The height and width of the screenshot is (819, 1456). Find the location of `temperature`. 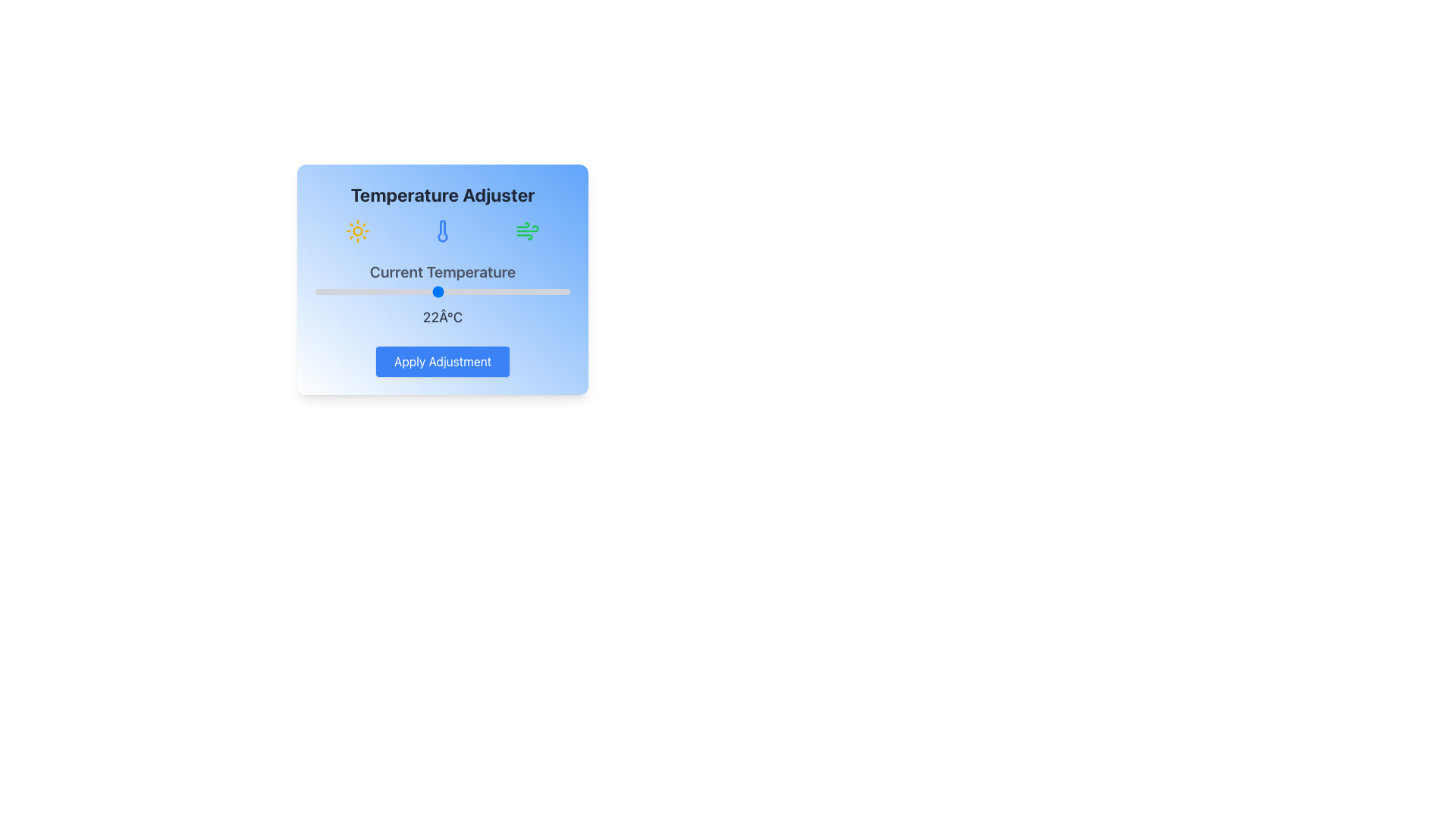

temperature is located at coordinates (426, 292).